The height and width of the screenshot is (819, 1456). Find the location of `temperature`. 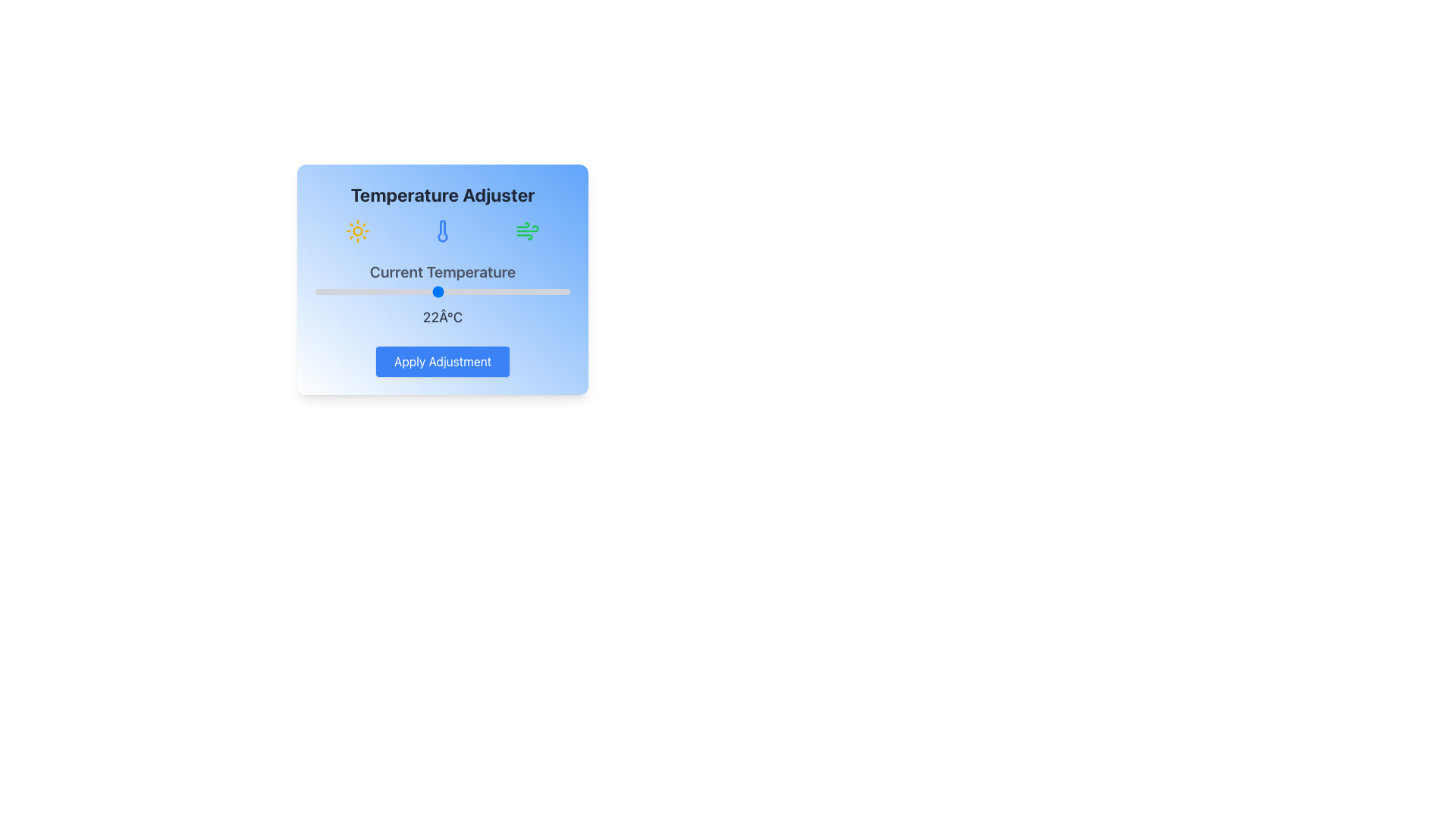

temperature is located at coordinates (426, 292).